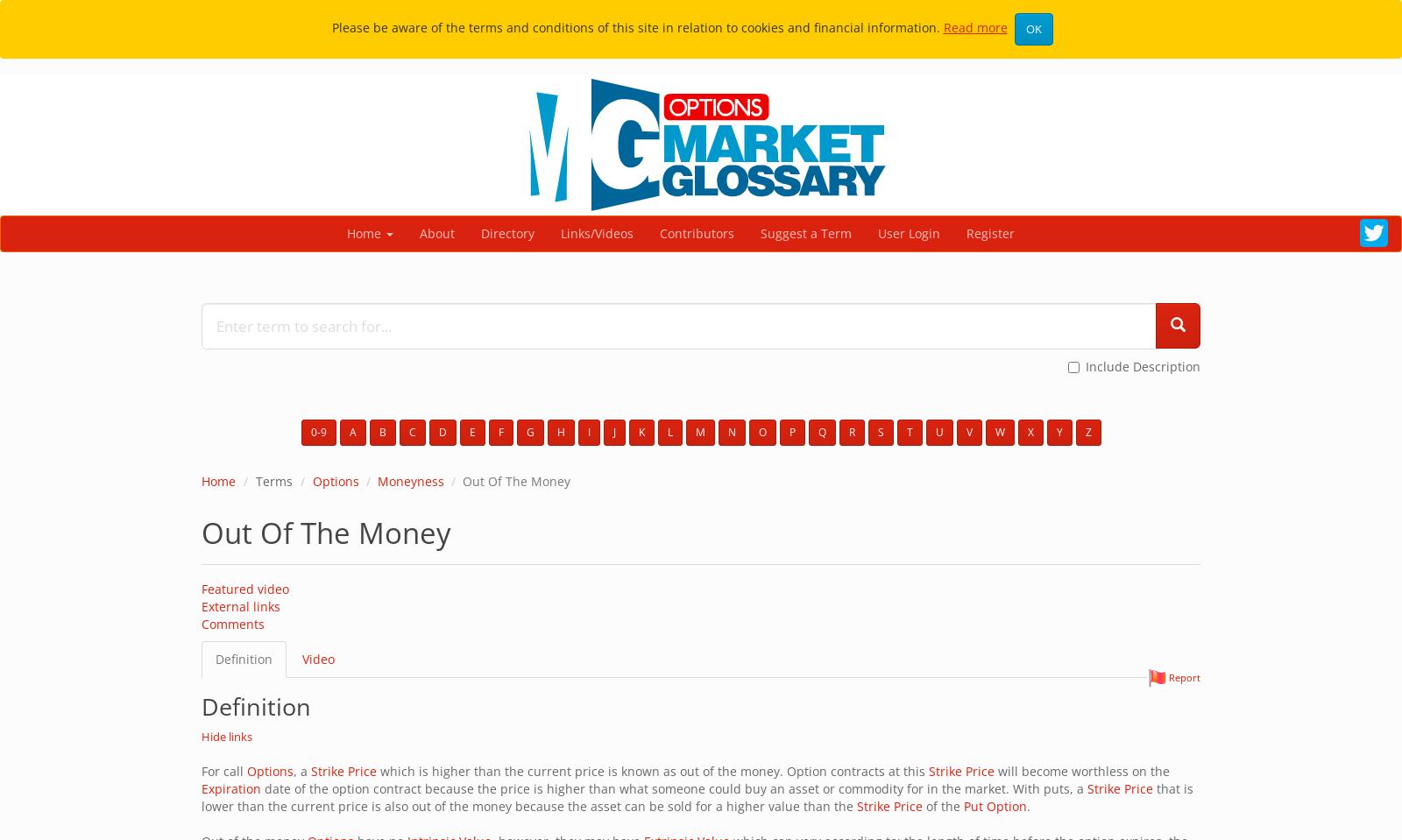 The height and width of the screenshot is (840, 1402). I want to click on 'R', so click(850, 431).